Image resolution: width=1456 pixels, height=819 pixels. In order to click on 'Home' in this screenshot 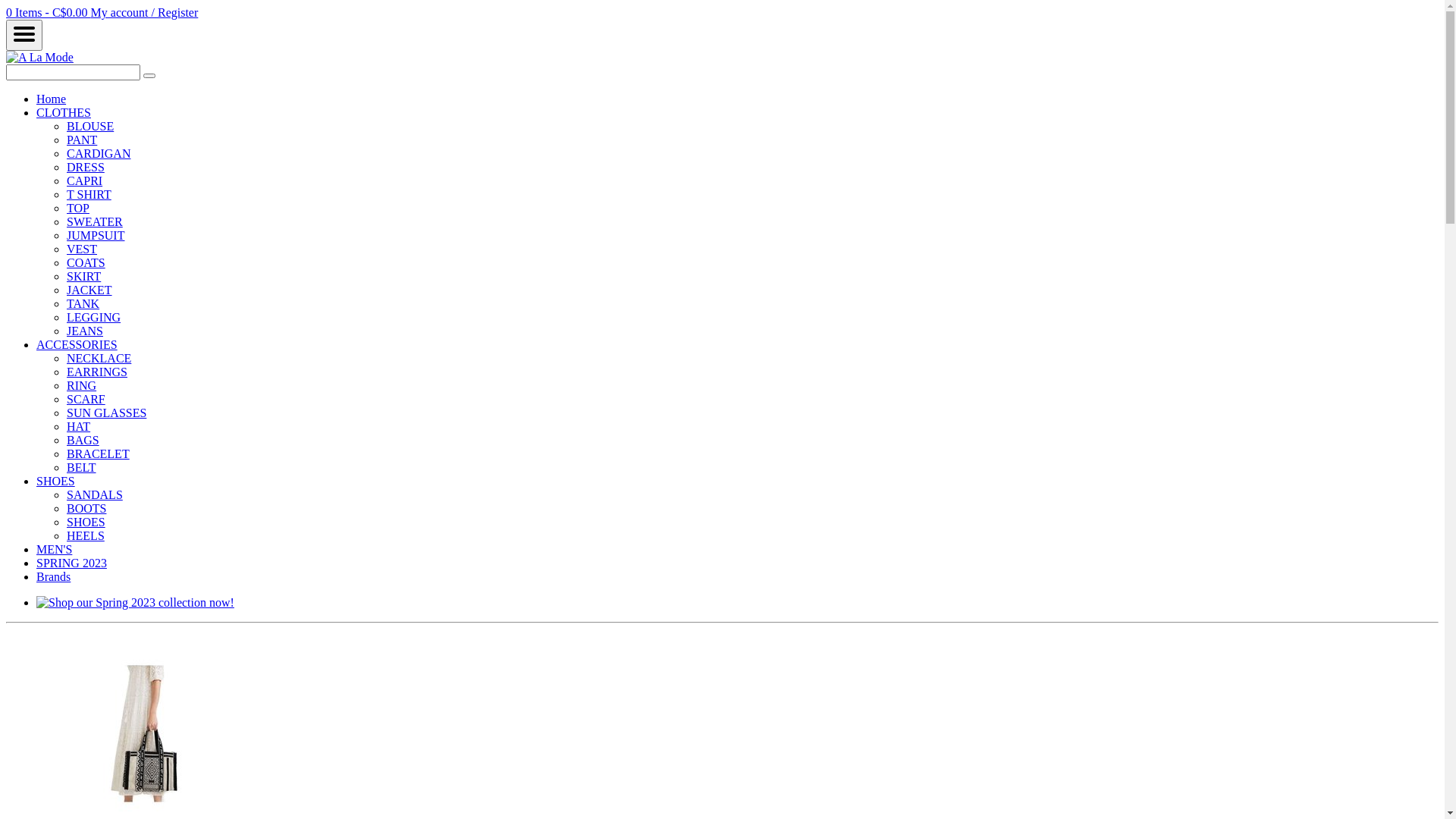, I will do `click(51, 99)`.